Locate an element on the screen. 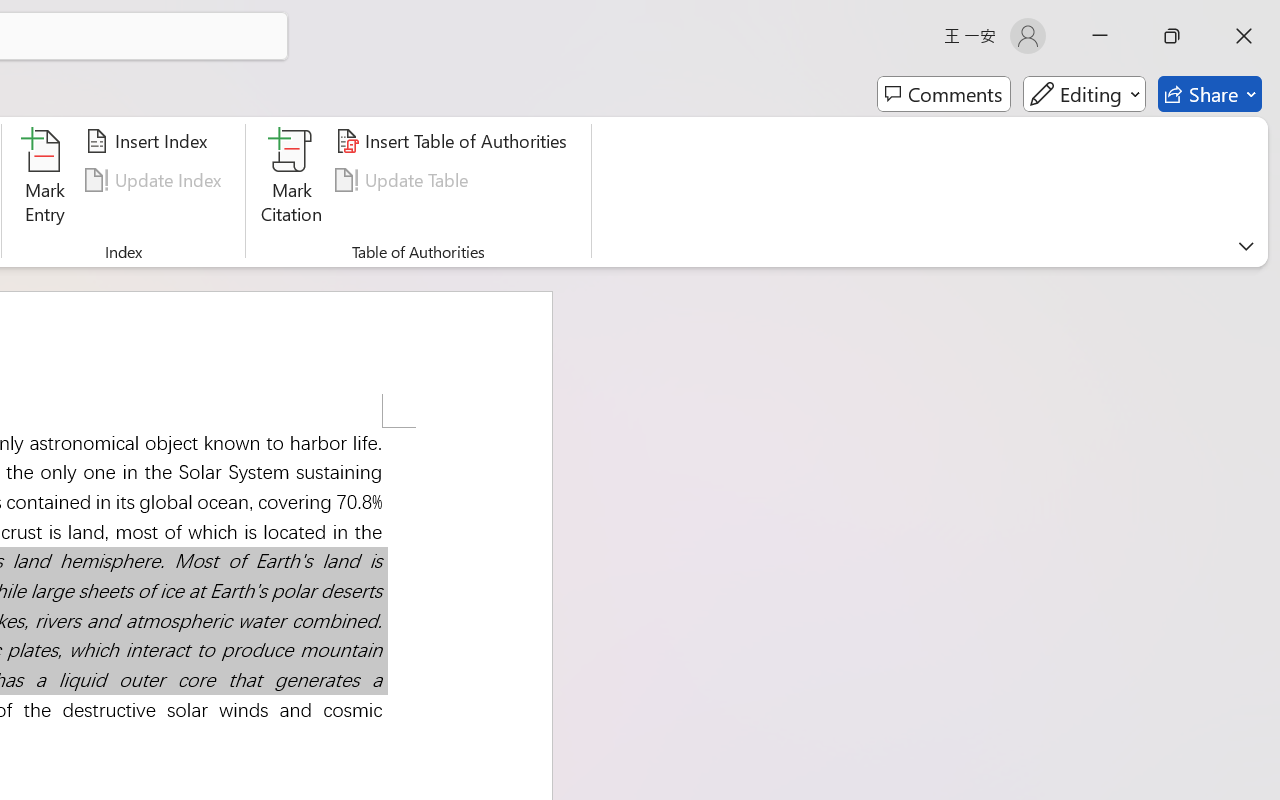 This screenshot has width=1280, height=800. 'Update Index' is located at coordinates (155, 179).